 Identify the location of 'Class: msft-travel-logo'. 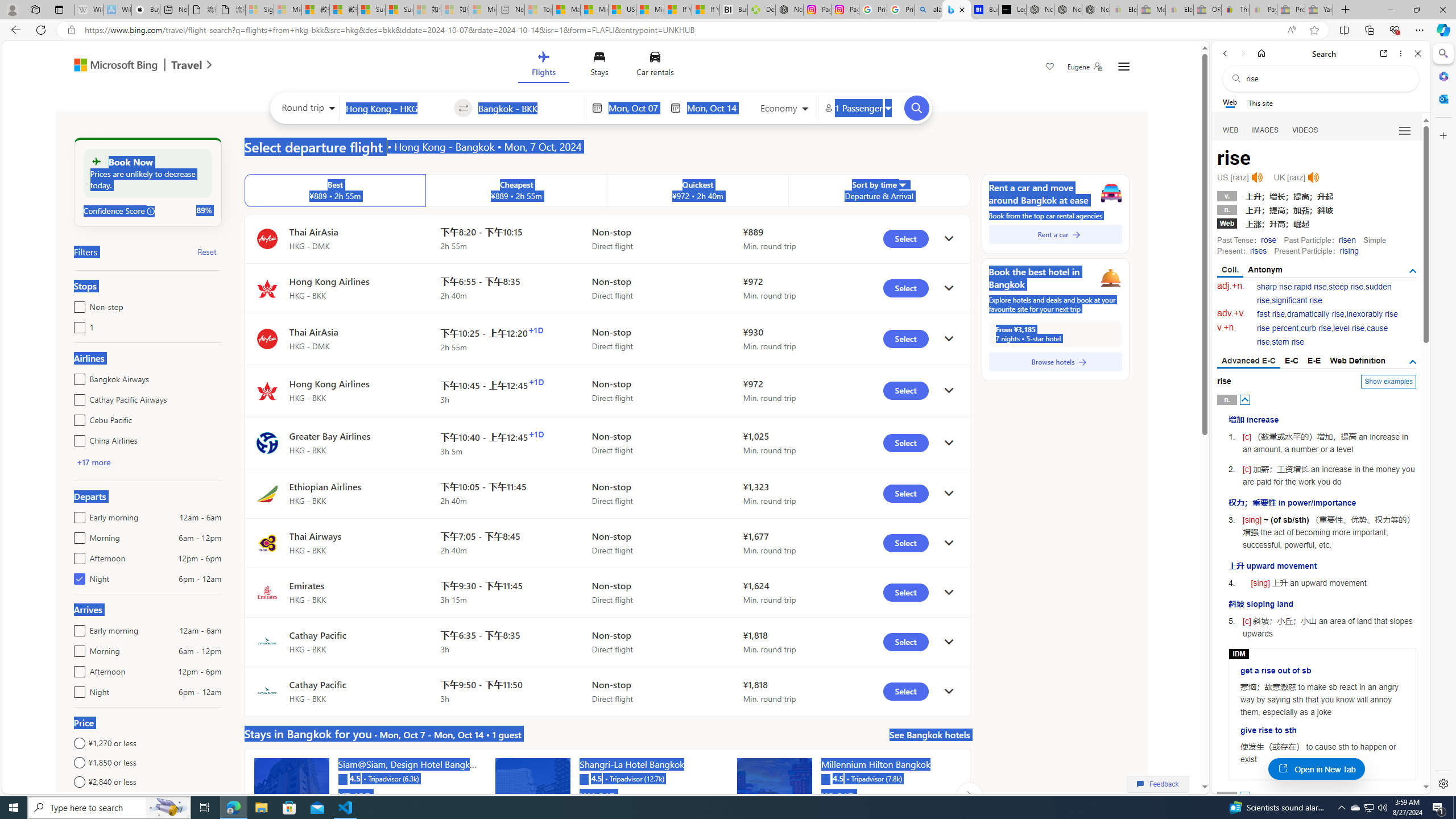
(186, 65).